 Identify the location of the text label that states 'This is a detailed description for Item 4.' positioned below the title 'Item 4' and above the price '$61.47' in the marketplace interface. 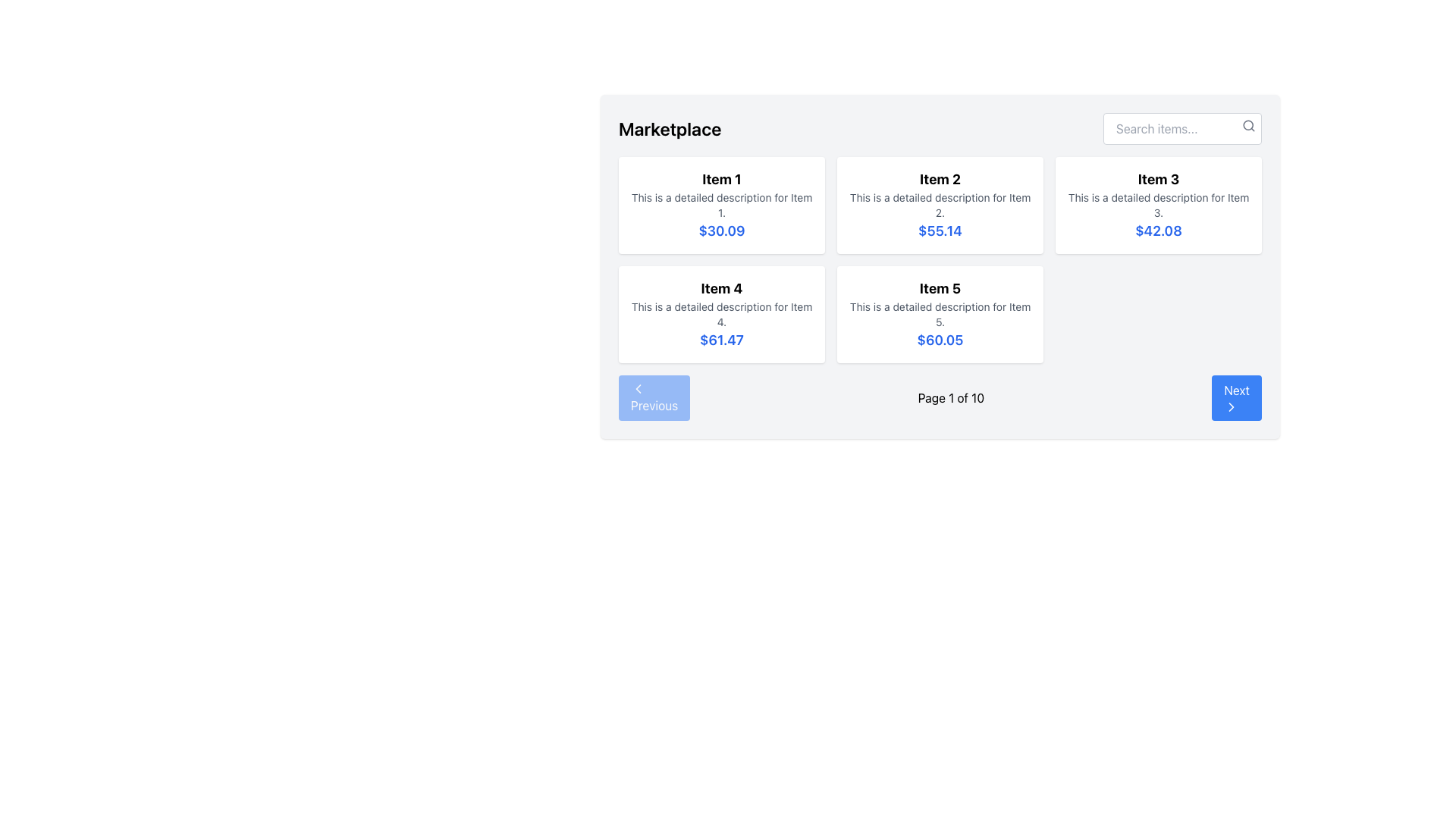
(720, 314).